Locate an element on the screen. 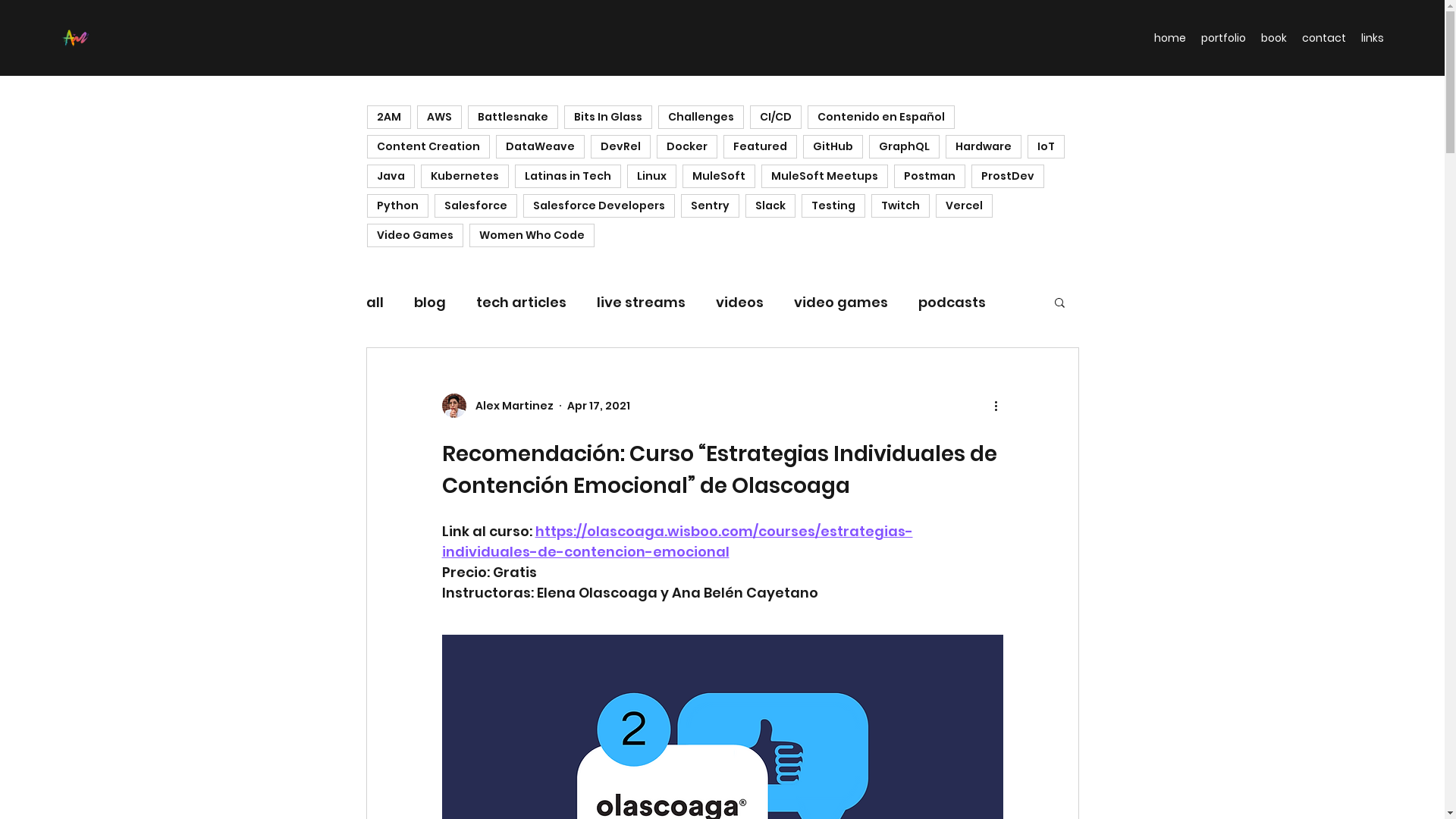 Image resolution: width=1456 pixels, height=819 pixels. 'Challenges' is located at coordinates (658, 116).